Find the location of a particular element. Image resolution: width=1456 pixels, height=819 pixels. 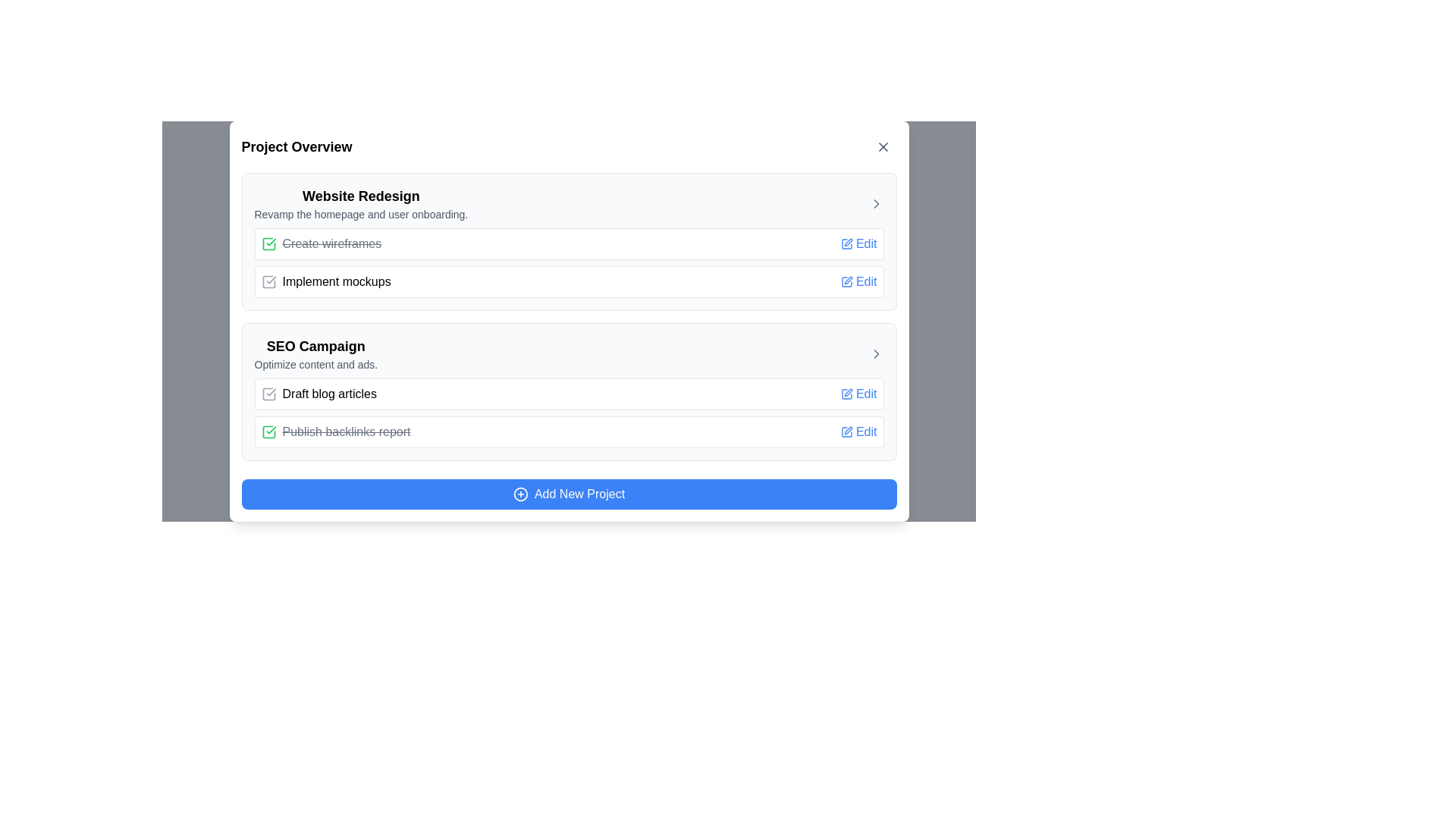

the box-like icon with a pen overlay located to the left of the 'Edit' text in the third section of the scrollable list for the task 'Publish backlinks report' under the 'SEO Campaign' category to initiate an edit action is located at coordinates (846, 394).